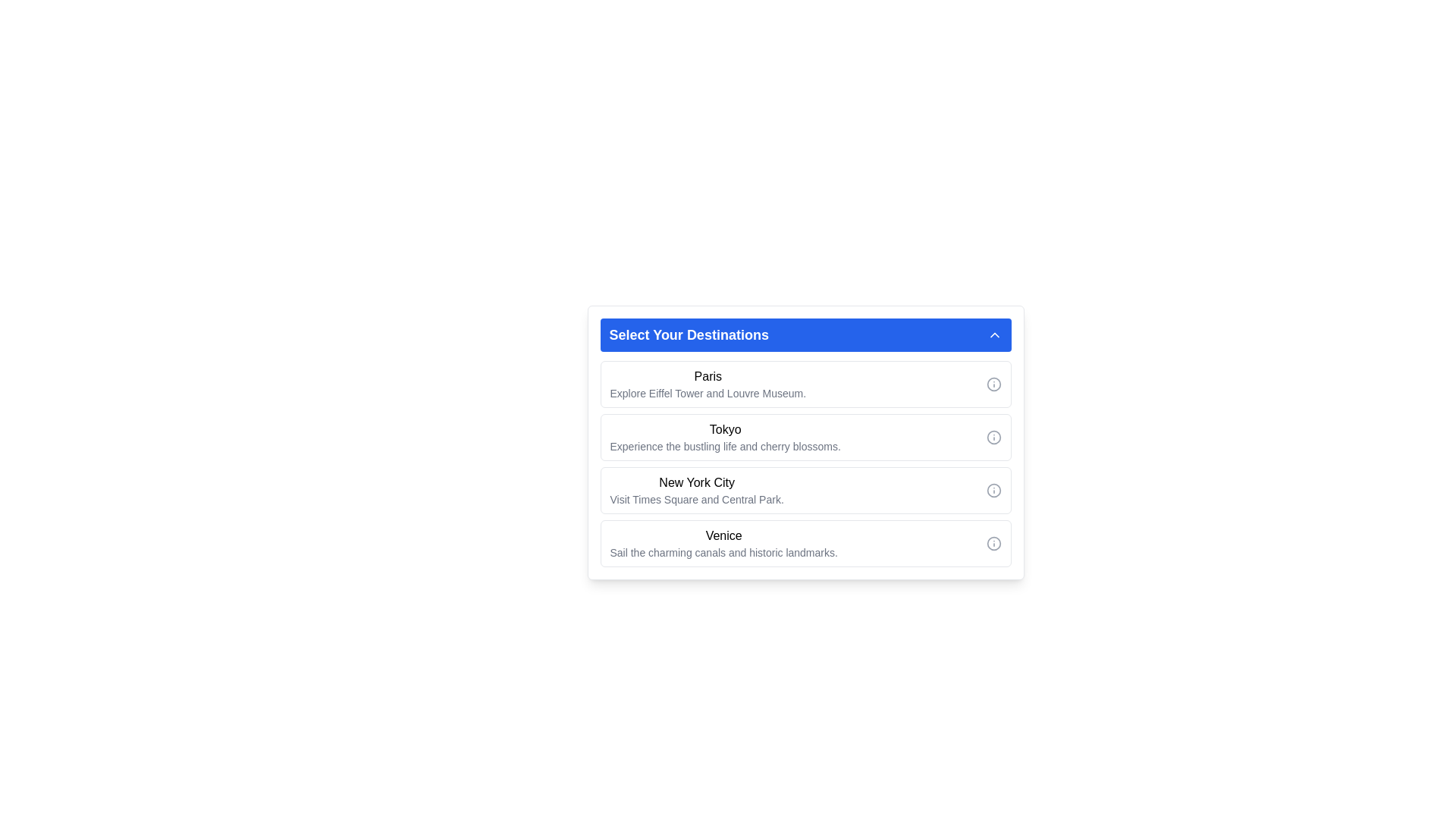 This screenshot has height=819, width=1456. I want to click on the Text block element titled 'Venice' that features a bold font for the title and a description about charming canals and historic landmarks, positioned as the fourth item in the list, so click(723, 543).